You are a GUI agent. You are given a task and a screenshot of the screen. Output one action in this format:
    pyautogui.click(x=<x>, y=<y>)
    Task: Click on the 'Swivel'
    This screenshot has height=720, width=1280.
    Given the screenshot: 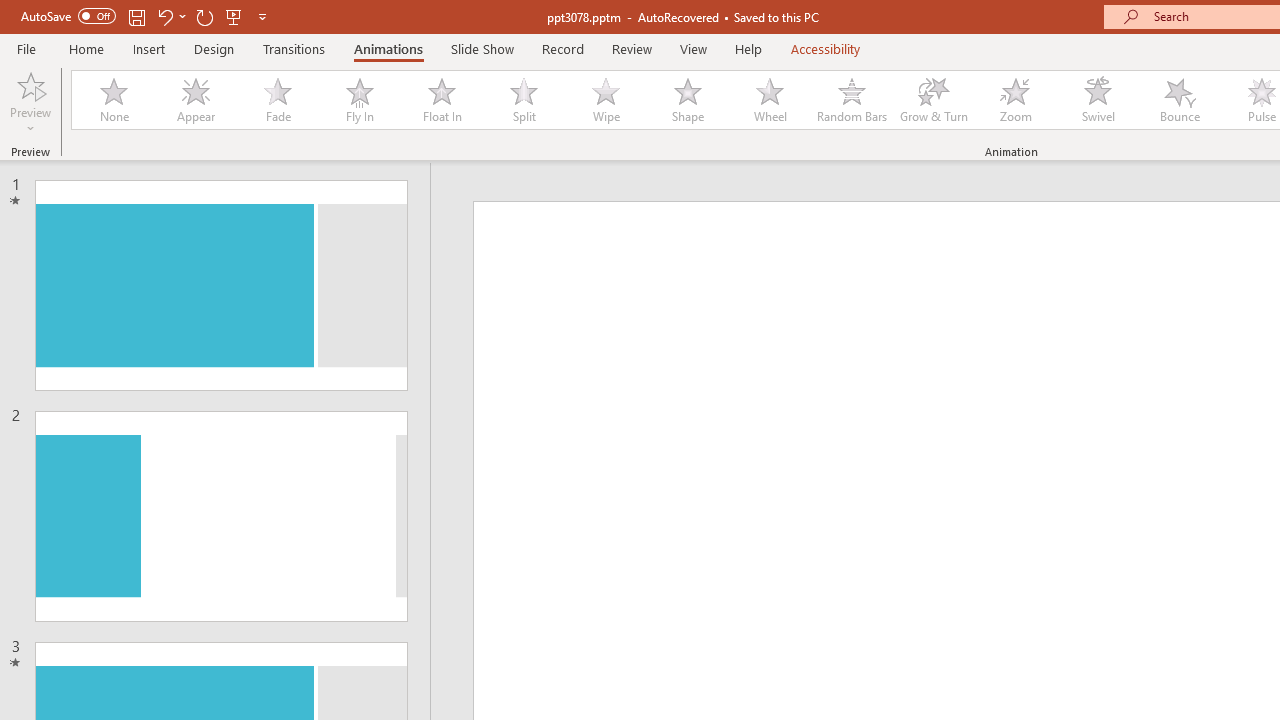 What is the action you would take?
    pyautogui.click(x=1097, y=100)
    